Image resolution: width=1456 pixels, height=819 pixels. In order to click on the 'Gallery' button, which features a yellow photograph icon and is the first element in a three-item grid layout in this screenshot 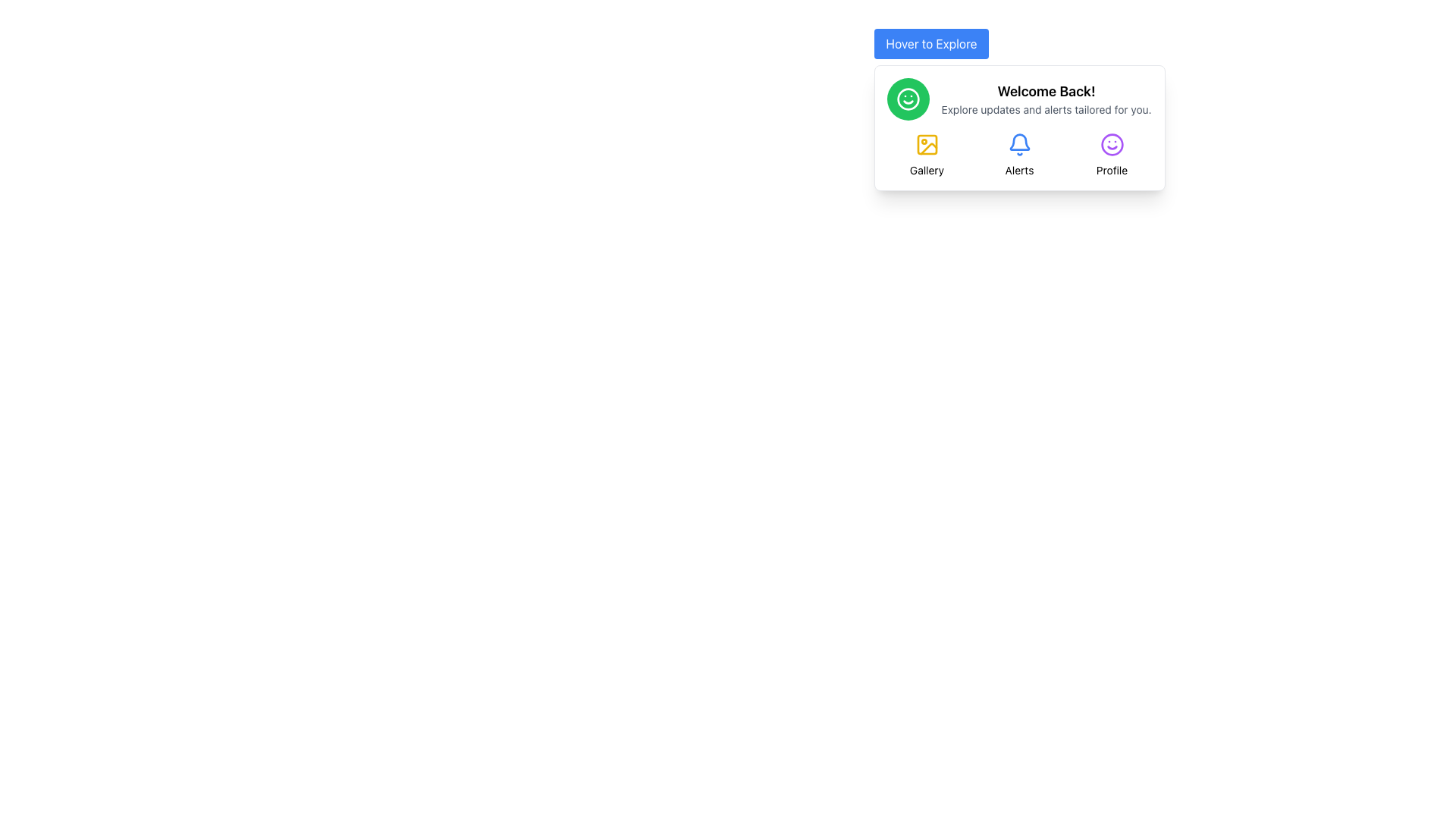, I will do `click(926, 155)`.